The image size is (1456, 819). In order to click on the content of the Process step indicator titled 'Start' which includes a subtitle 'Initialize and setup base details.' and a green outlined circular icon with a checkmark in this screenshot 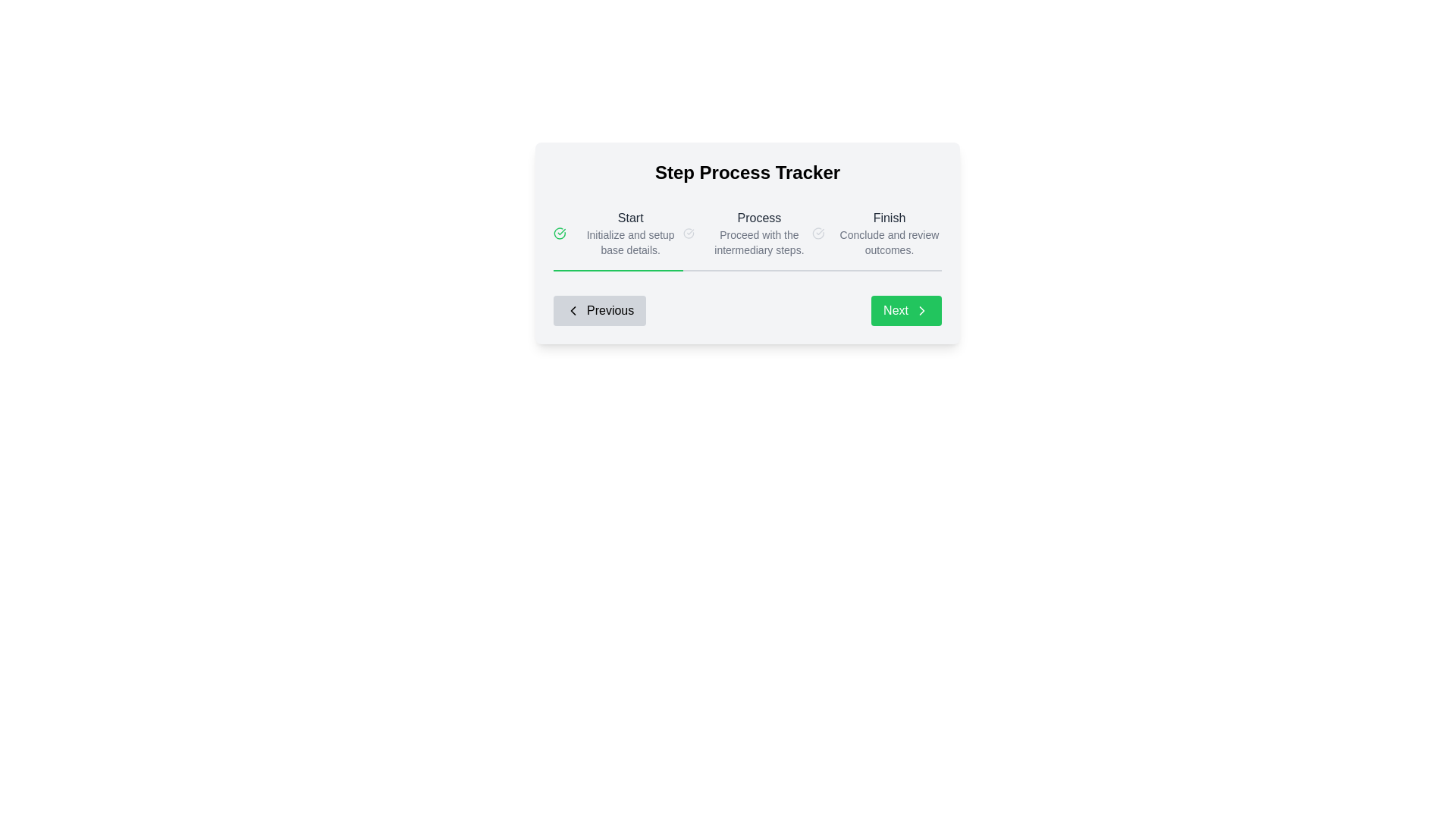, I will do `click(618, 234)`.